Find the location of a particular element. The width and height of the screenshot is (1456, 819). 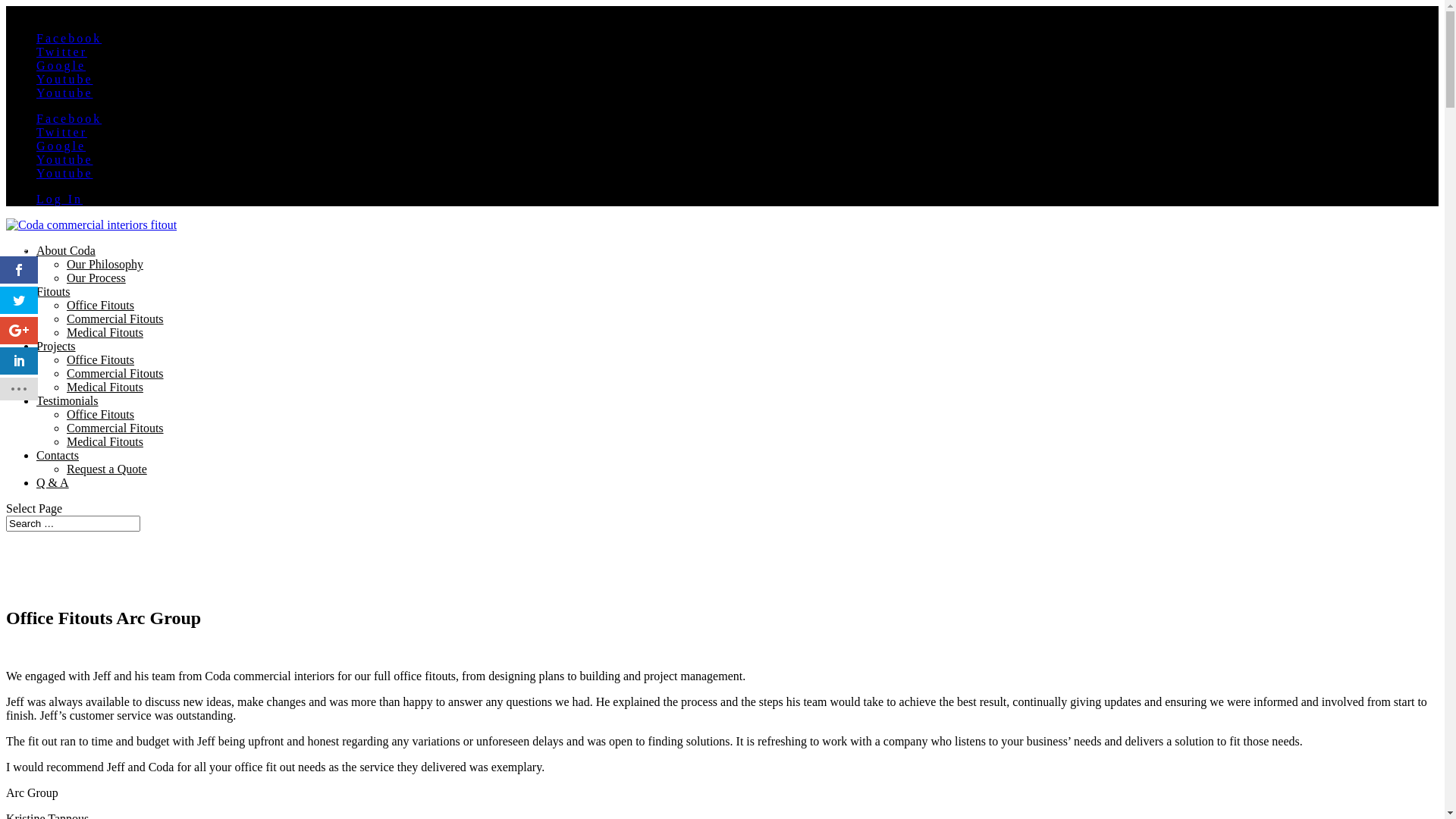

'Q & A' is located at coordinates (52, 482).